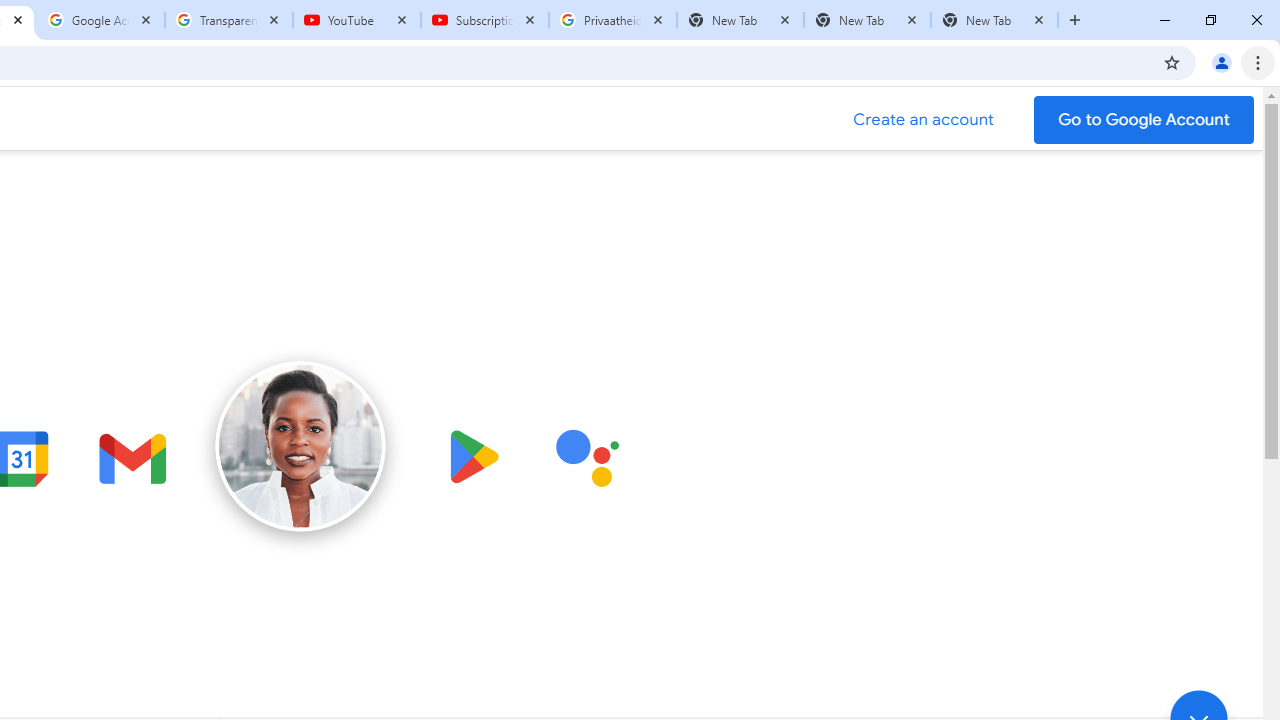 The image size is (1280, 720). Describe the element at coordinates (485, 20) in the screenshot. I see `'Subscriptions - YouTube'` at that location.